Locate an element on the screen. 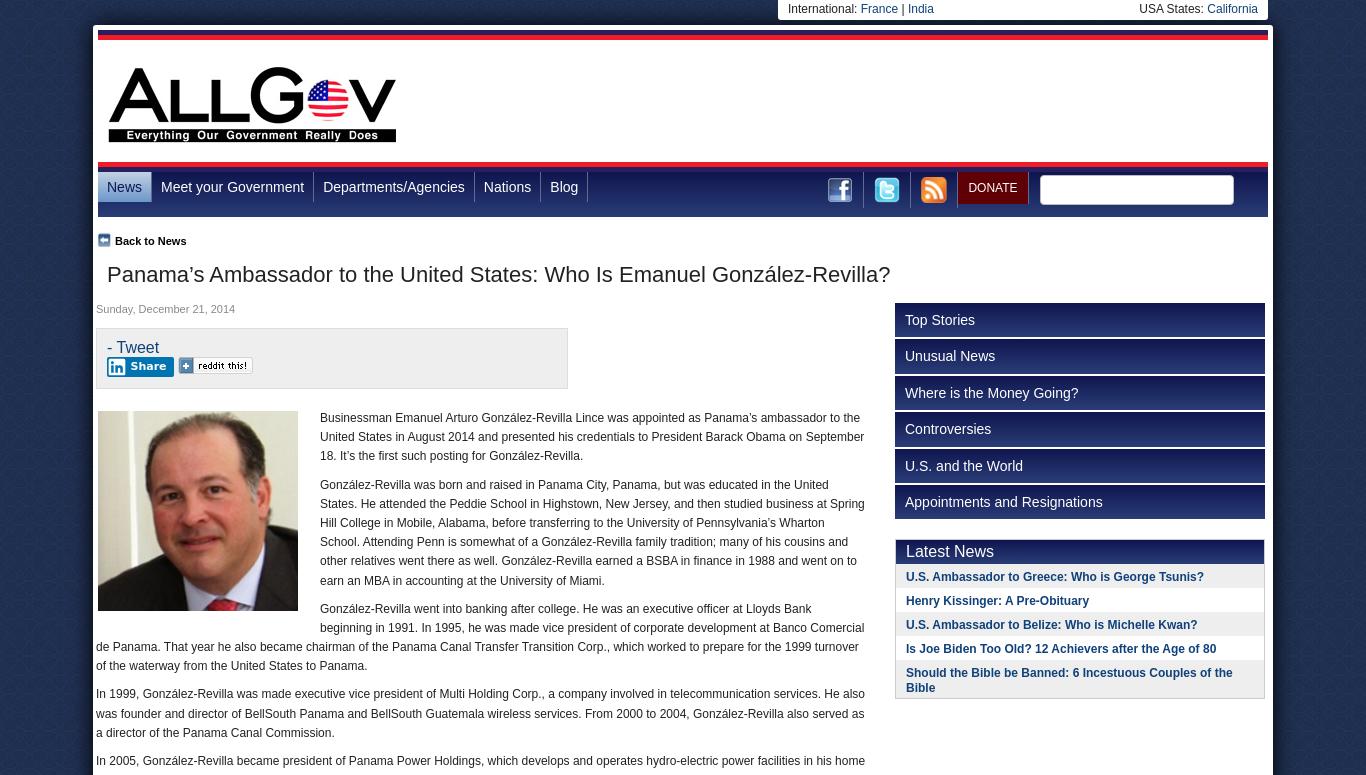 This screenshot has height=775, width=1366. 'Panama’s Ambassador to the United States: Who Is Emanuel González-Revilla?' is located at coordinates (498, 274).